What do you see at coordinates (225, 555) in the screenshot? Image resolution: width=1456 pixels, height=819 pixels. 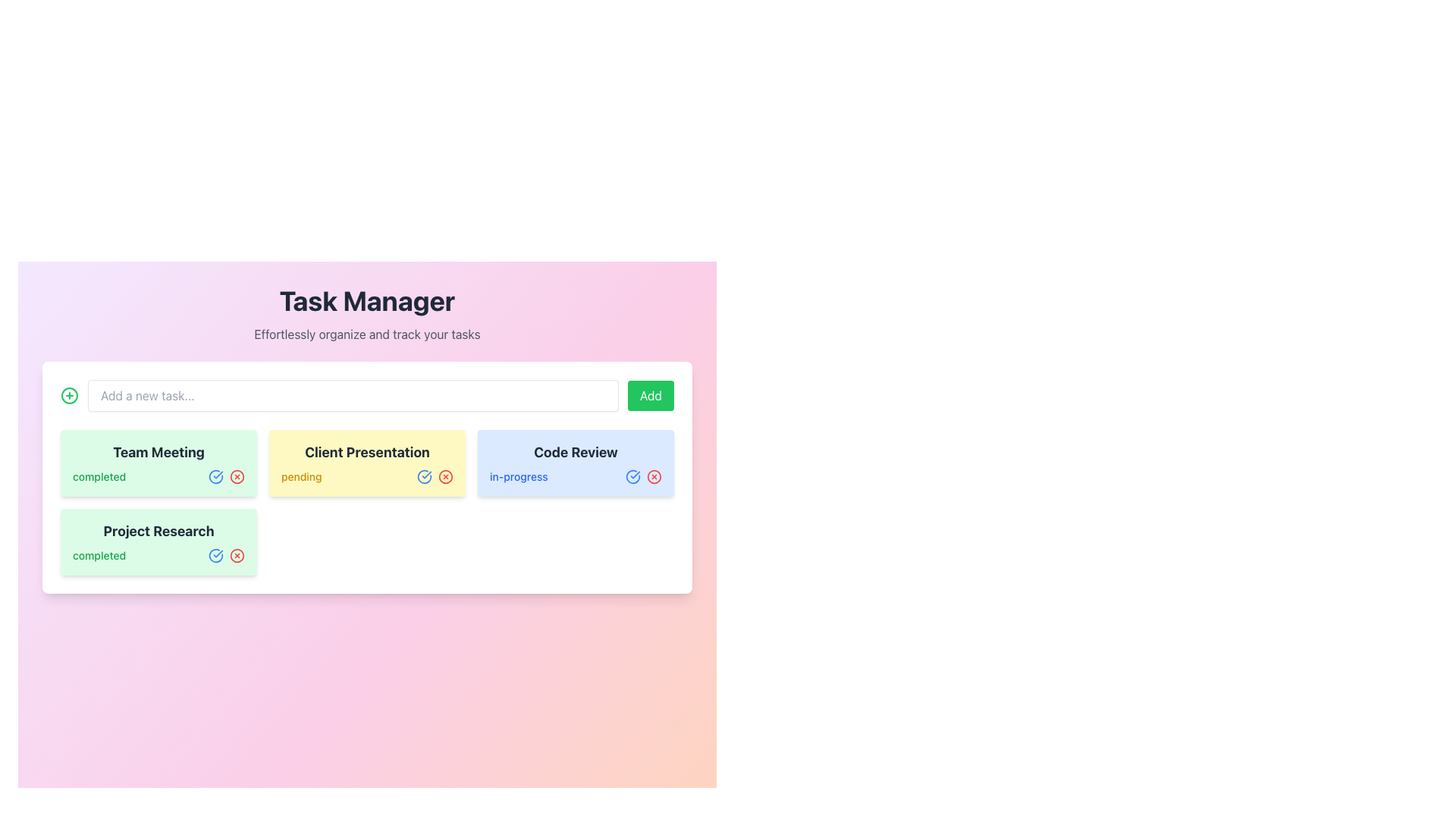 I see `the blue check mark icon located in the bottom right corner of the 'Project Research' task card to confirm the task completion` at bounding box center [225, 555].